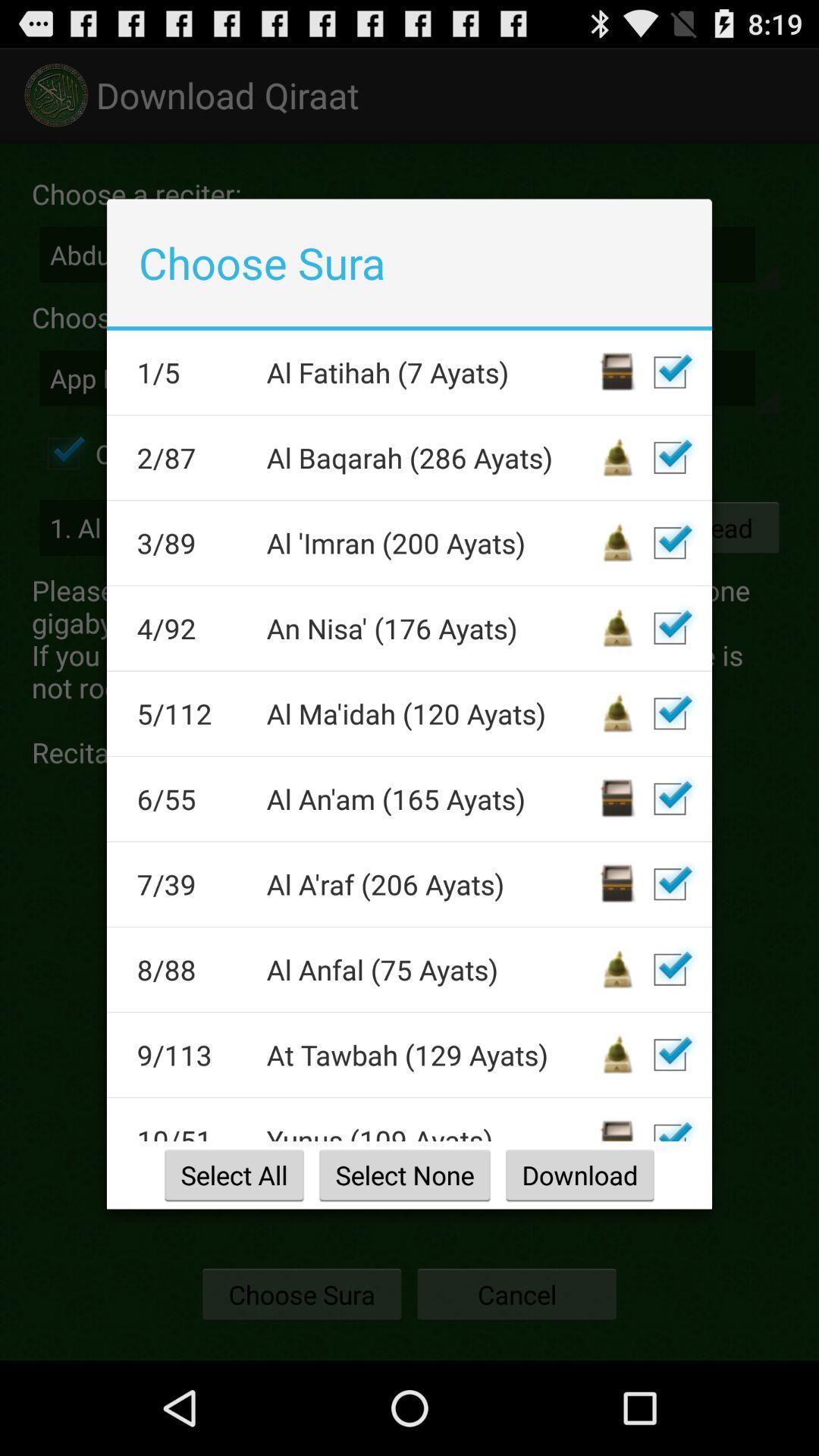 The image size is (819, 1456). I want to click on the item above select all item, so click(431, 1131).